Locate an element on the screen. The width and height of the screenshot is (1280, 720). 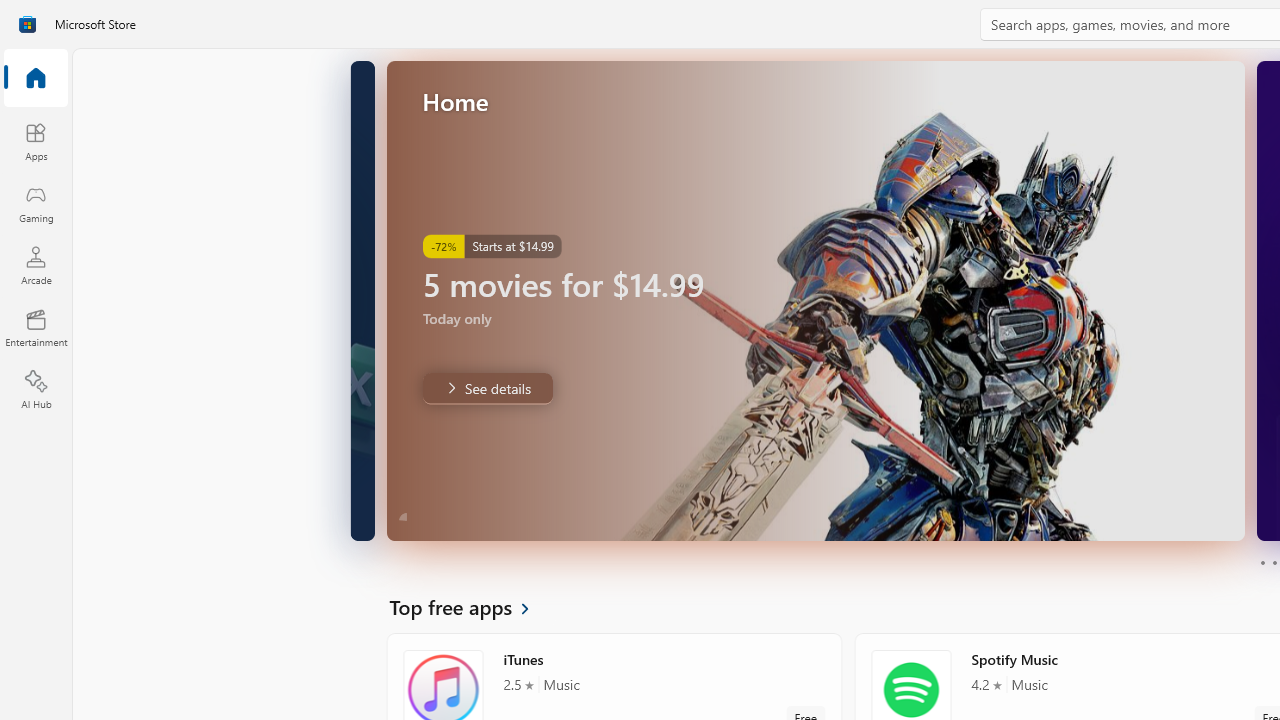
'Page 2' is located at coordinates (1273, 563).